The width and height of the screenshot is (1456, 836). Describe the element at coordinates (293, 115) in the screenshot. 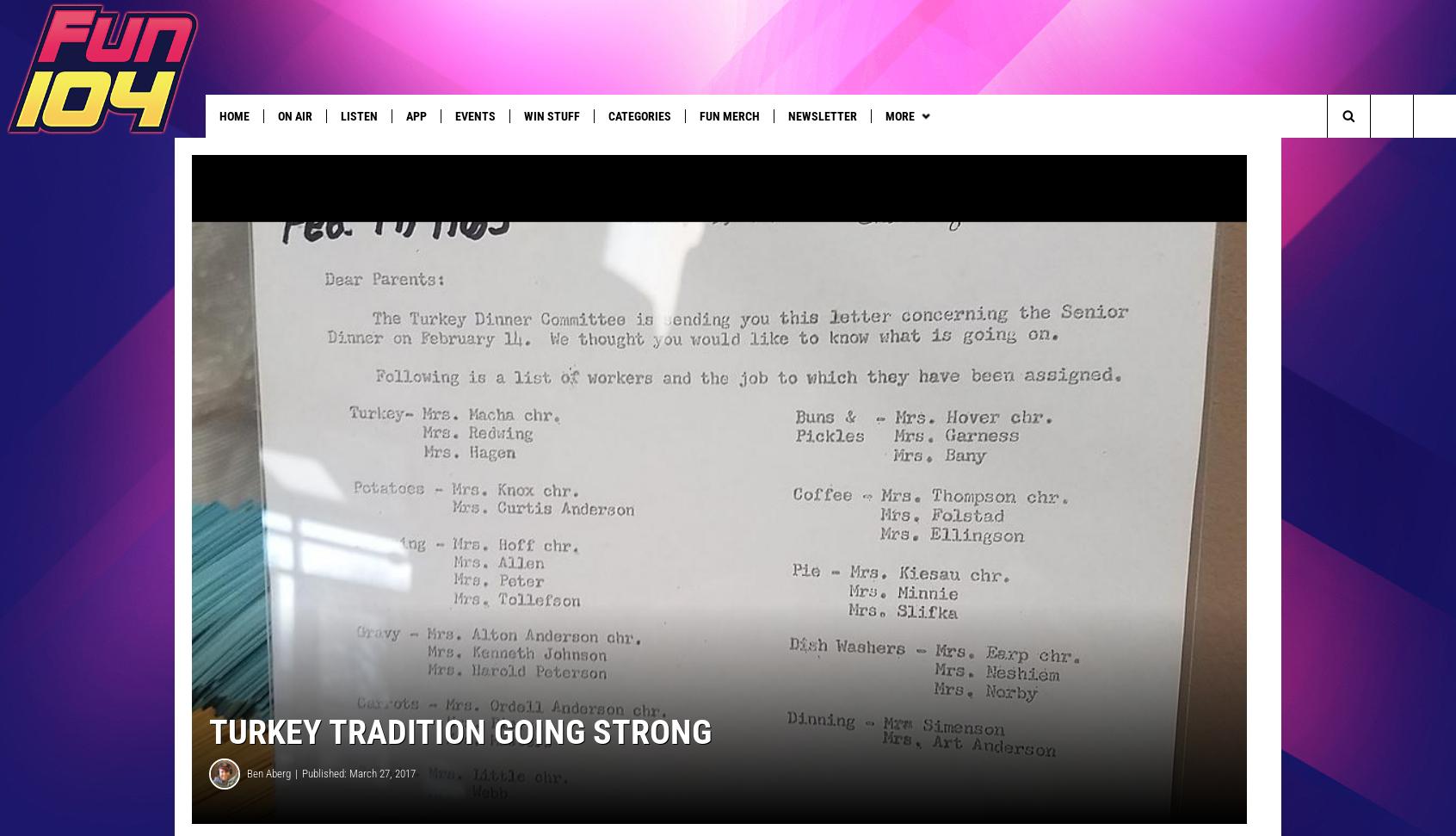

I see `'On Air'` at that location.